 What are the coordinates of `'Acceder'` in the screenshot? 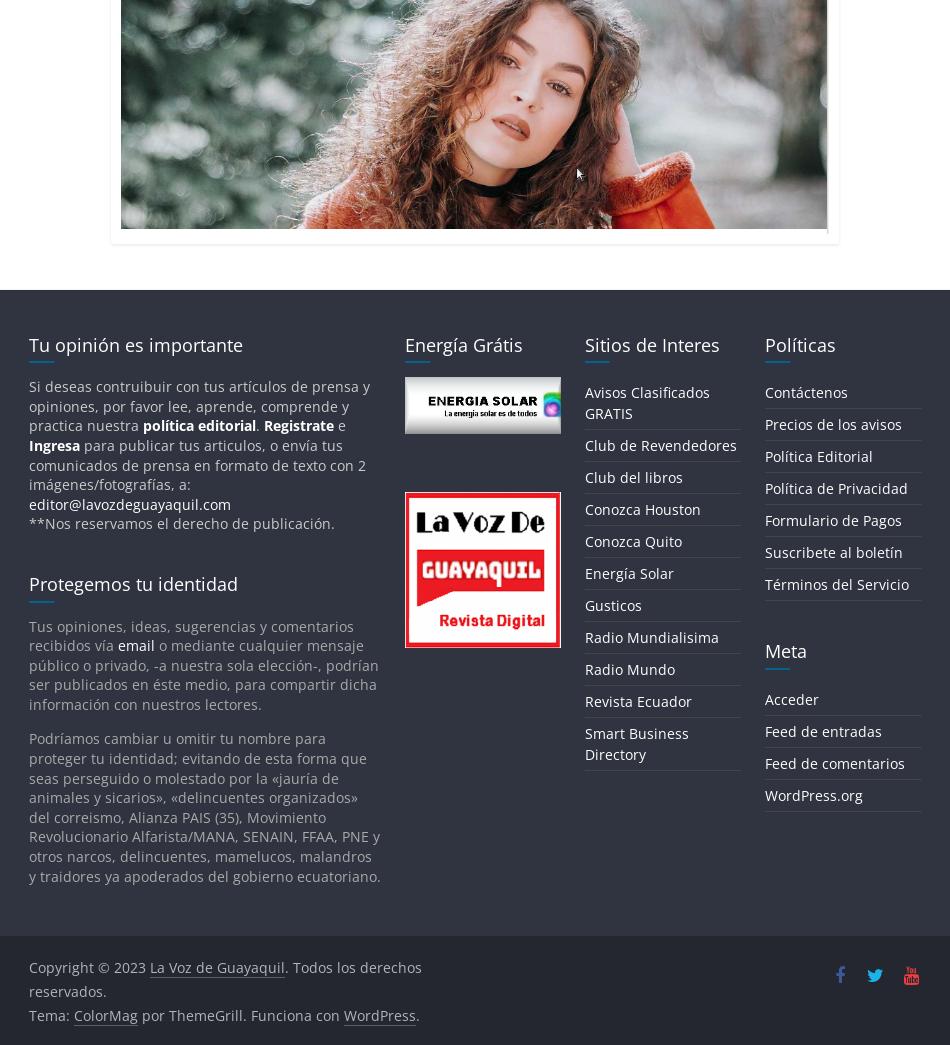 It's located at (789, 697).